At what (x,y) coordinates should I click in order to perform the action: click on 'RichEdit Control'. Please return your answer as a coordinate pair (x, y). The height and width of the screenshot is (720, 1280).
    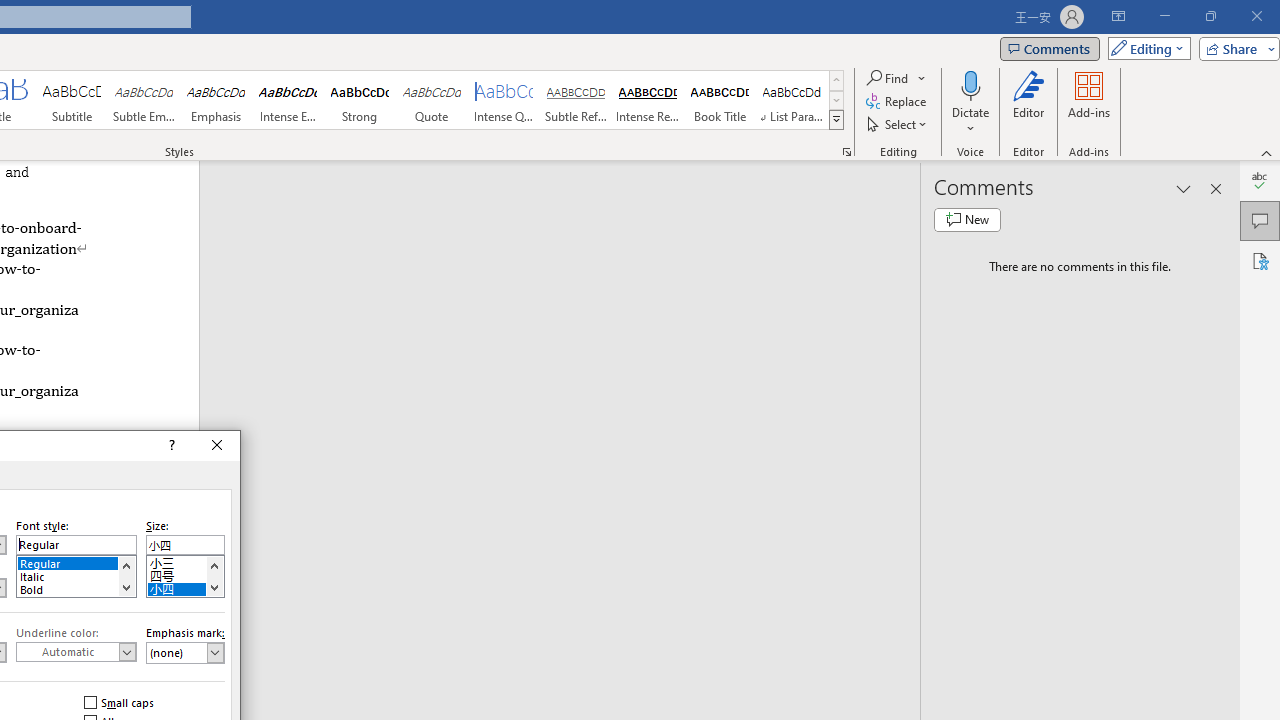
    Looking at the image, I should click on (185, 545).